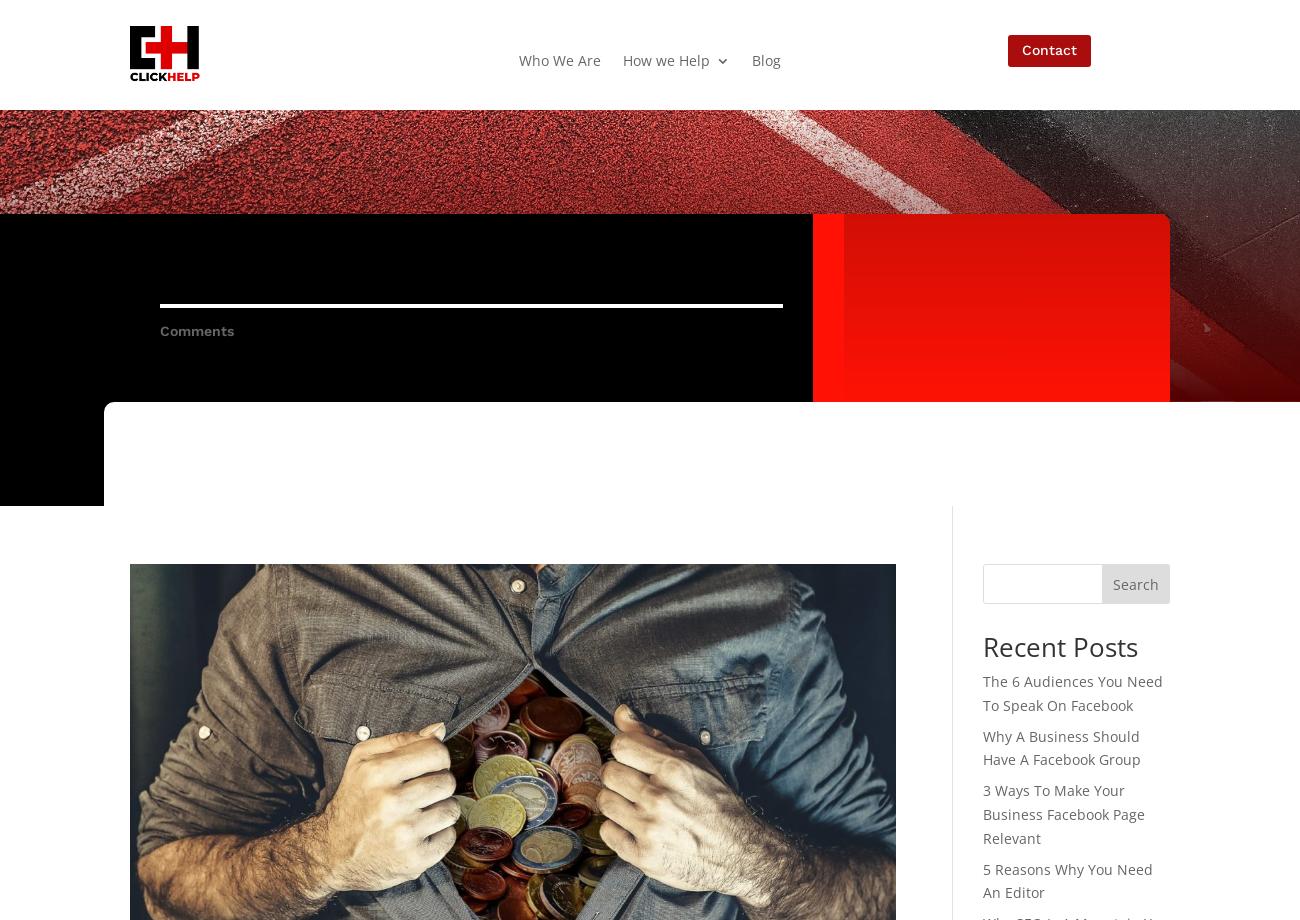 The image size is (1300, 920). What do you see at coordinates (981, 747) in the screenshot?
I see `'Why A Business Should Have A Facebook Group'` at bounding box center [981, 747].